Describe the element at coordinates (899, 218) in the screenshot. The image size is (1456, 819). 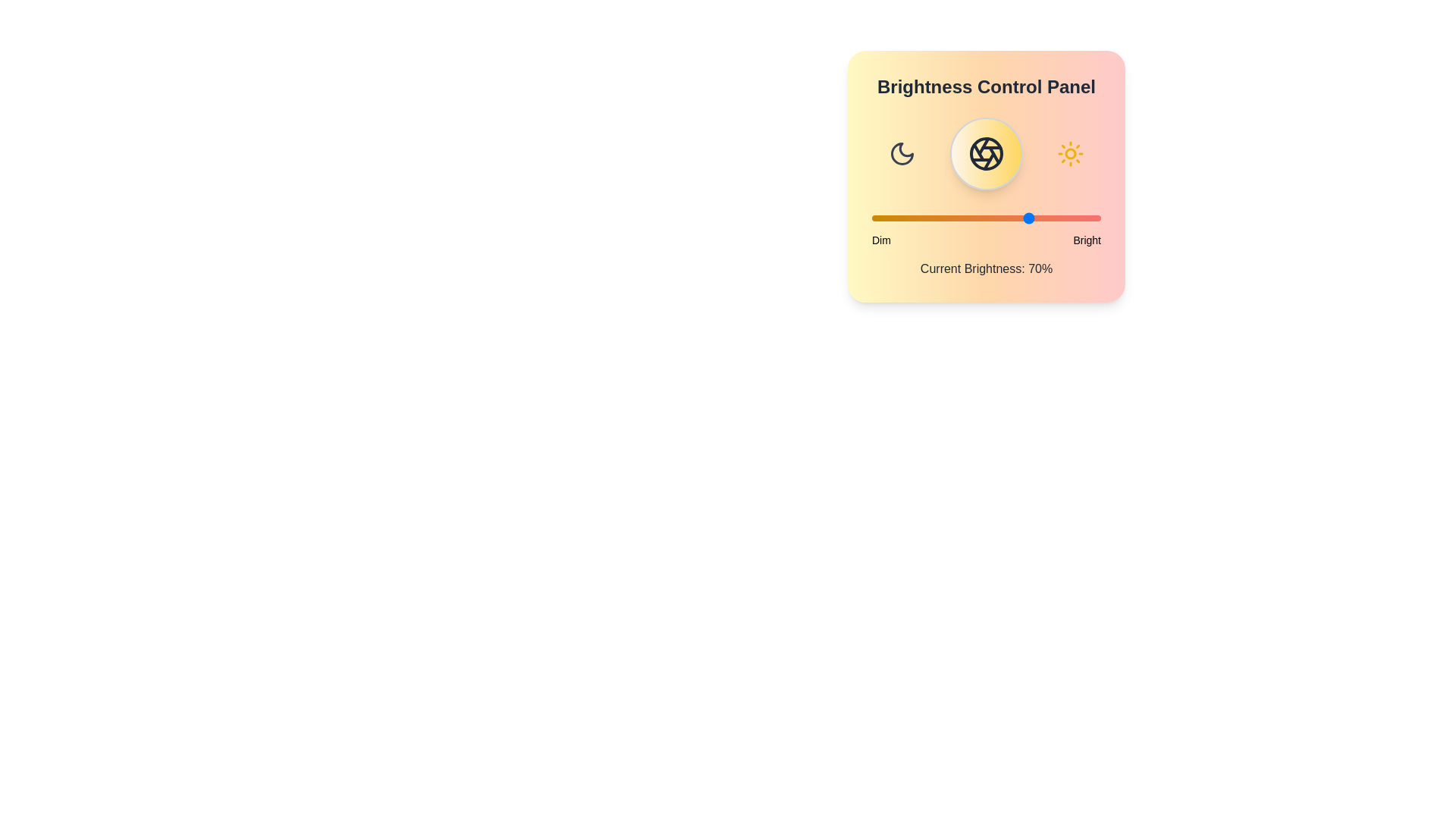
I see `the brightness slider to 12%` at that location.